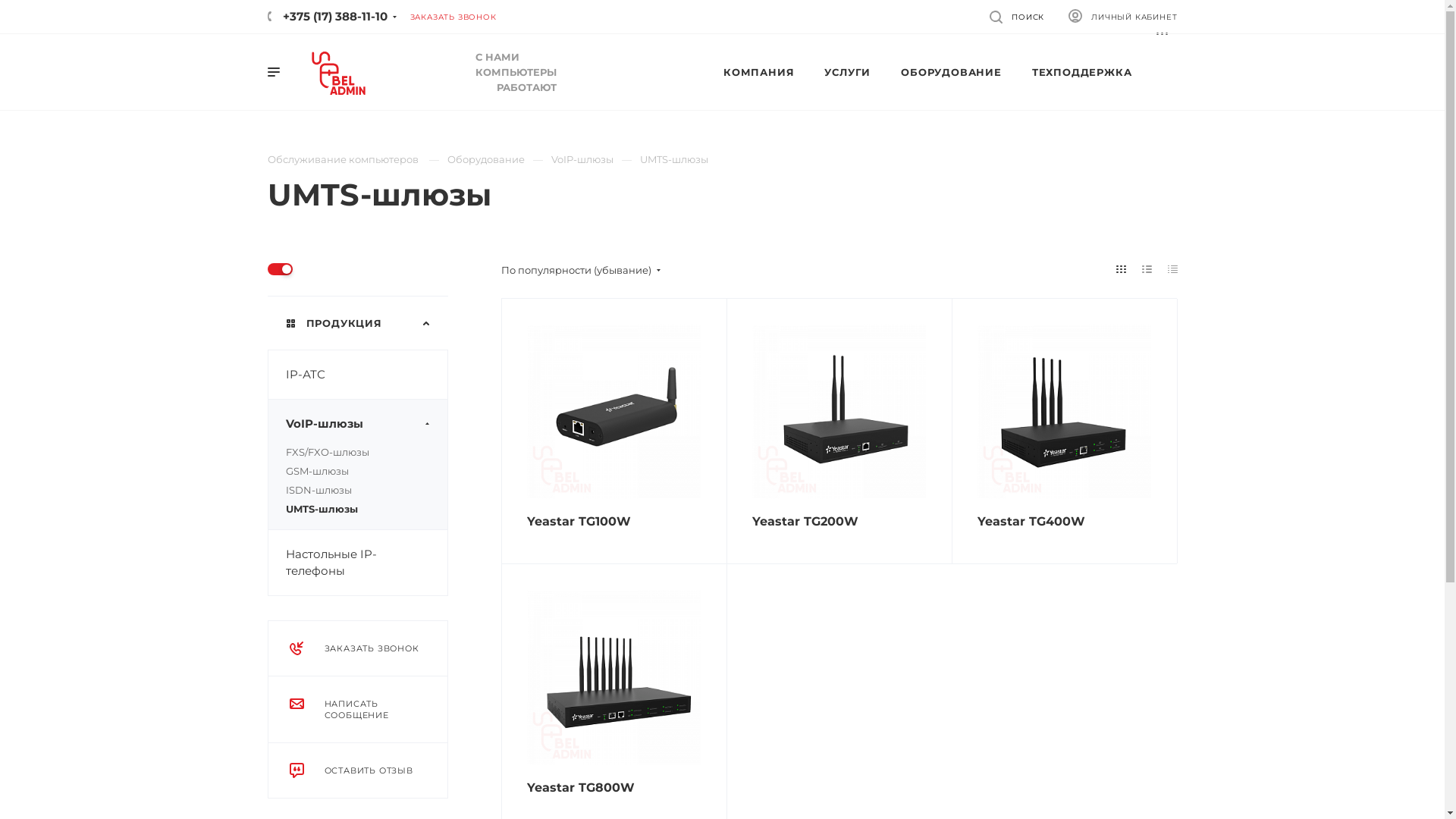 Image resolution: width=1456 pixels, height=819 pixels. Describe the element at coordinates (838, 411) in the screenshot. I see `'Yeastar TG200W'` at that location.